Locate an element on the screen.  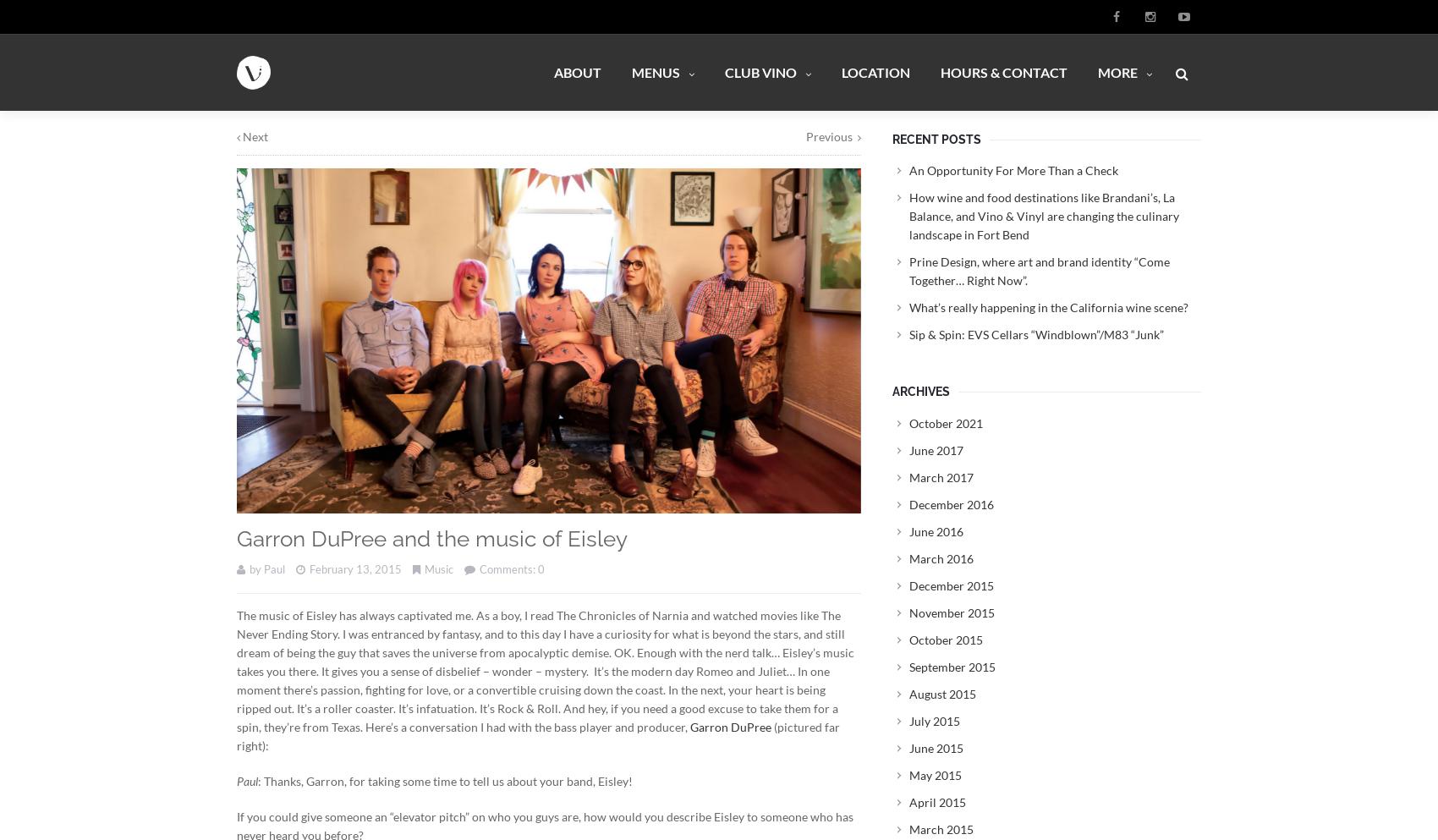
'THE STORY' is located at coordinates (1122, 153).